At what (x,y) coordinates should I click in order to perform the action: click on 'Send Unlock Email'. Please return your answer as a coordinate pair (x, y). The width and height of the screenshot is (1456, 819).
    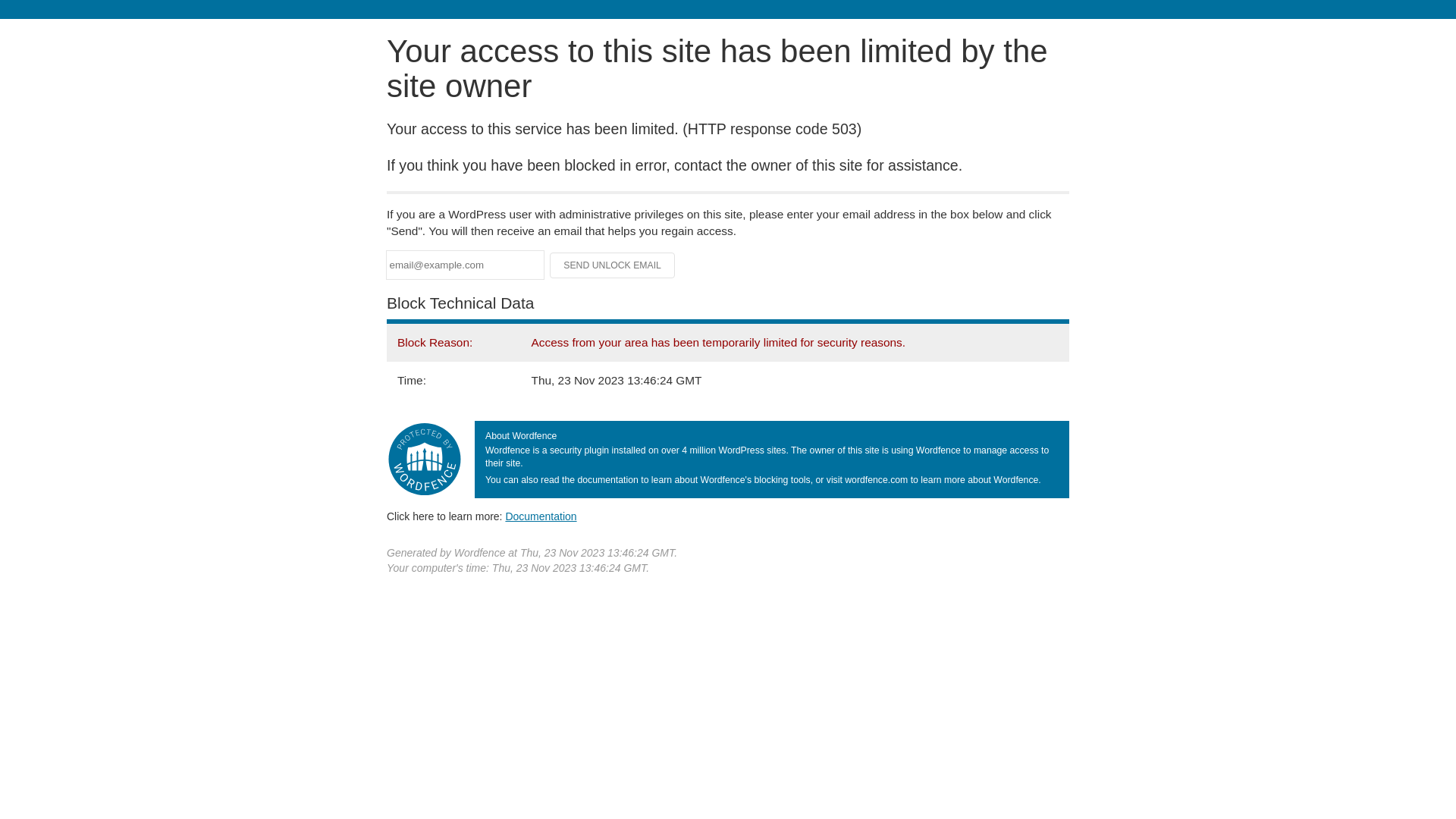
    Looking at the image, I should click on (612, 265).